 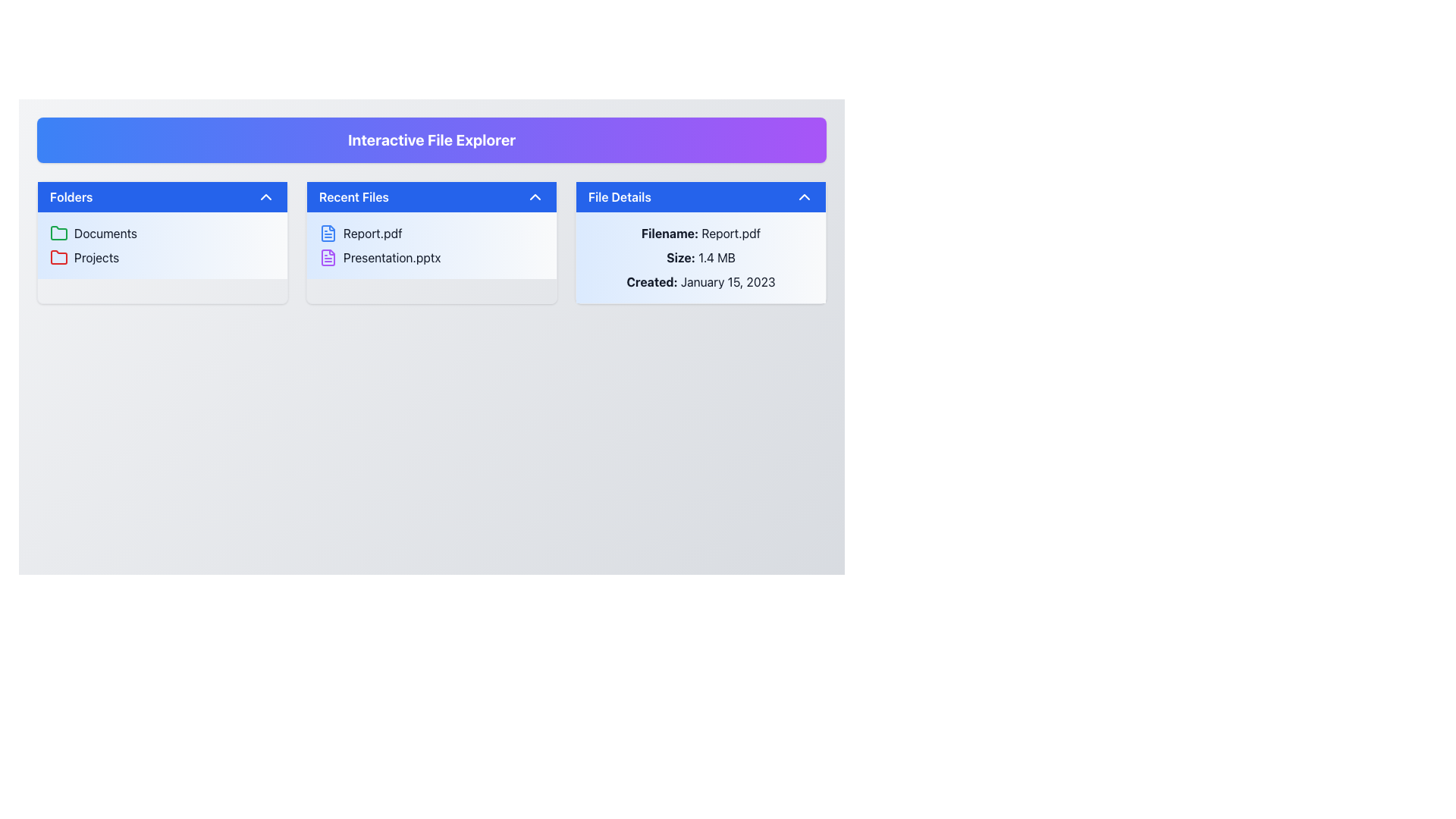 What do you see at coordinates (700, 256) in the screenshot?
I see `the text label displaying 'Size: 1.4 MB' in the 'File Details' panel, located between the filename and creation date` at bounding box center [700, 256].